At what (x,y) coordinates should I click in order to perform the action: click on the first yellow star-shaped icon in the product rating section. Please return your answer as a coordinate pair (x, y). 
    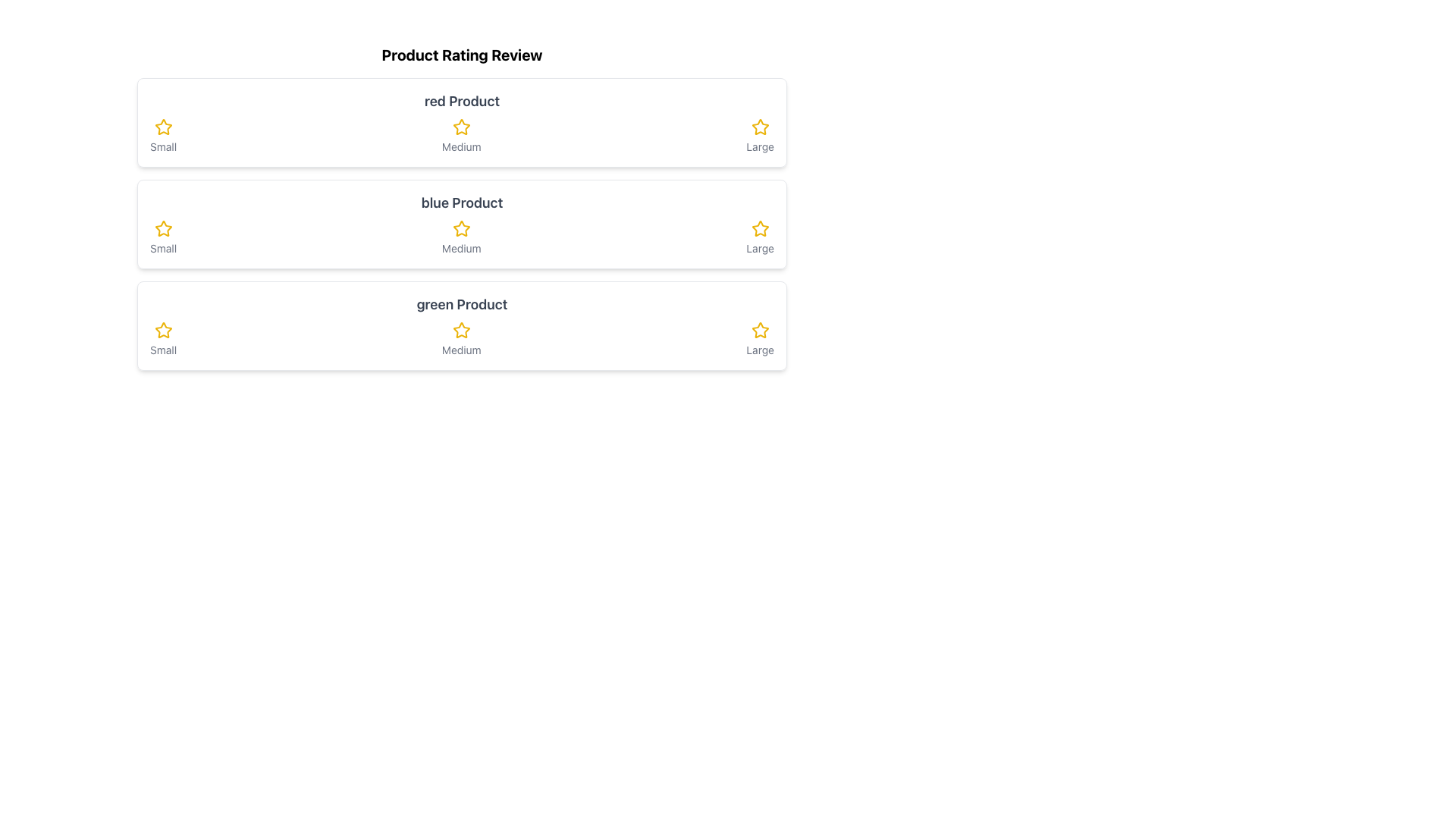
    Looking at the image, I should click on (163, 329).